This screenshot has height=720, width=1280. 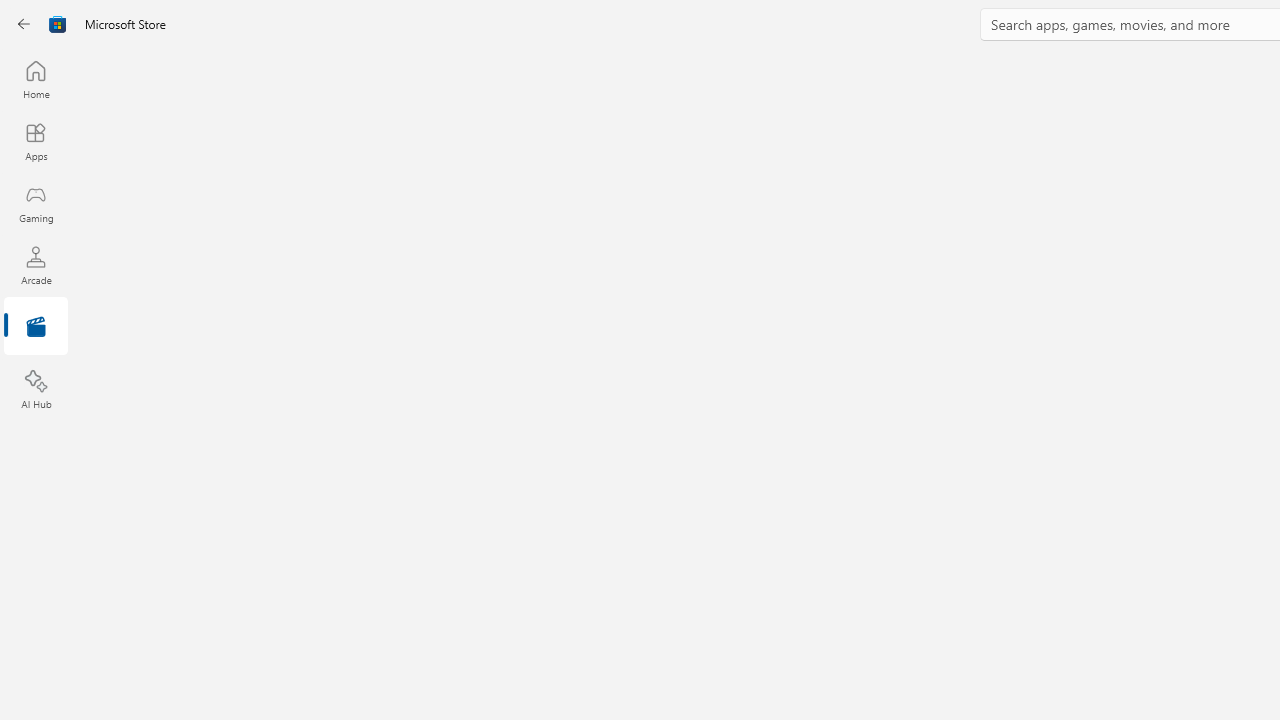 What do you see at coordinates (58, 24) in the screenshot?
I see `'Class: Image'` at bounding box center [58, 24].